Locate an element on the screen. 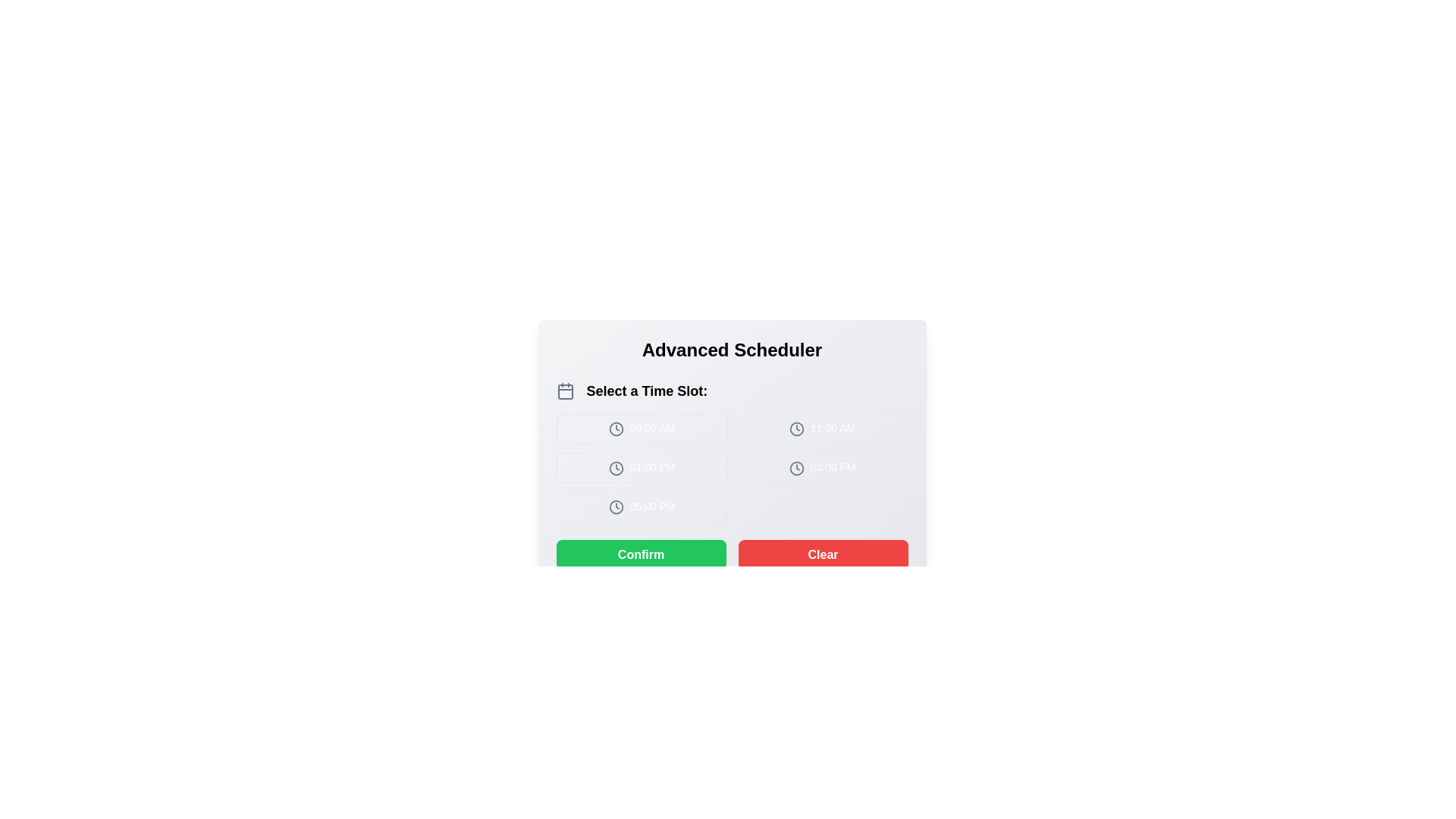 The width and height of the screenshot is (1456, 819). the bottom-left button is located at coordinates (642, 507).